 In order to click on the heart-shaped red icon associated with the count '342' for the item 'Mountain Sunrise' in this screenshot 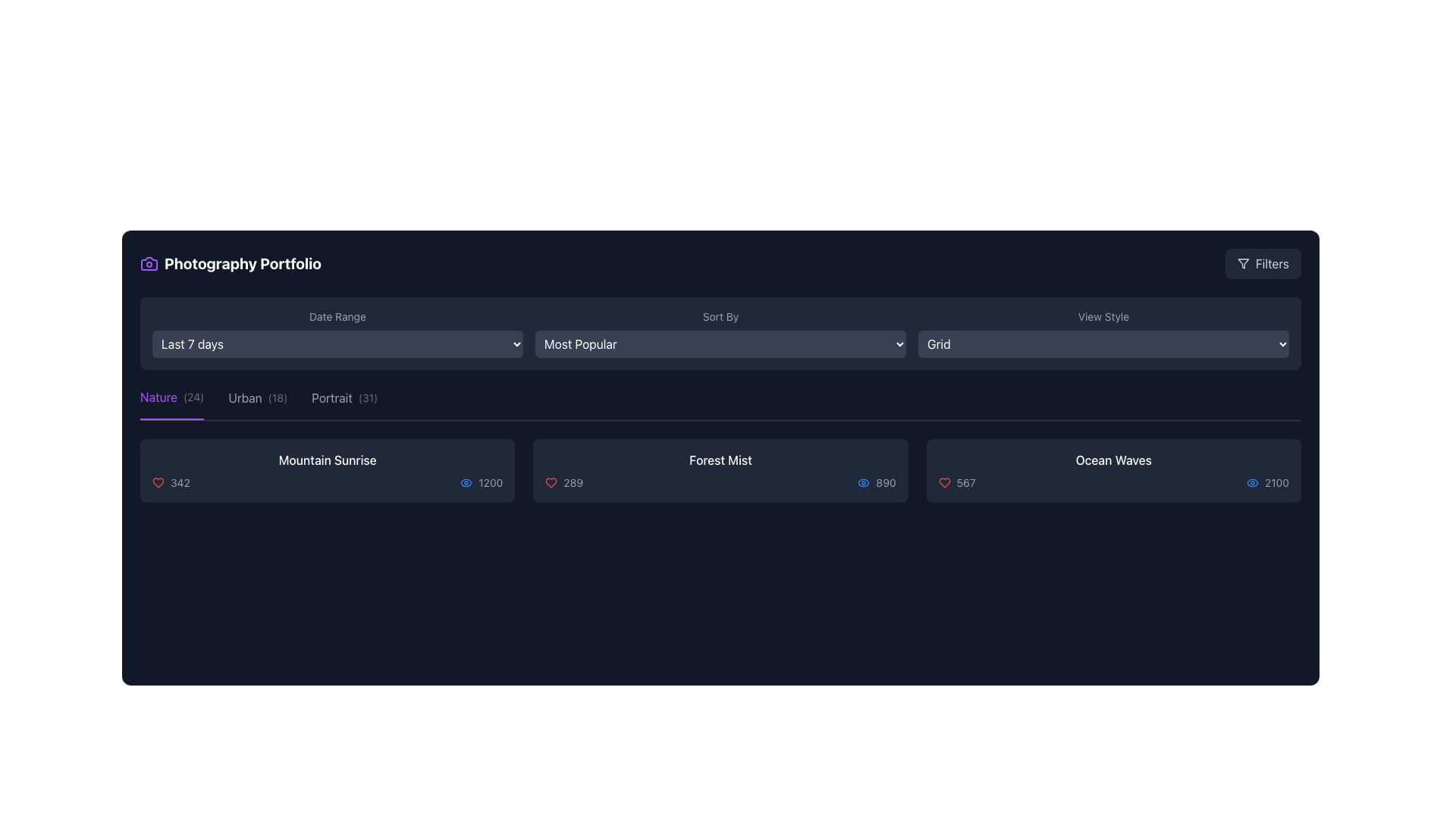, I will do `click(158, 482)`.